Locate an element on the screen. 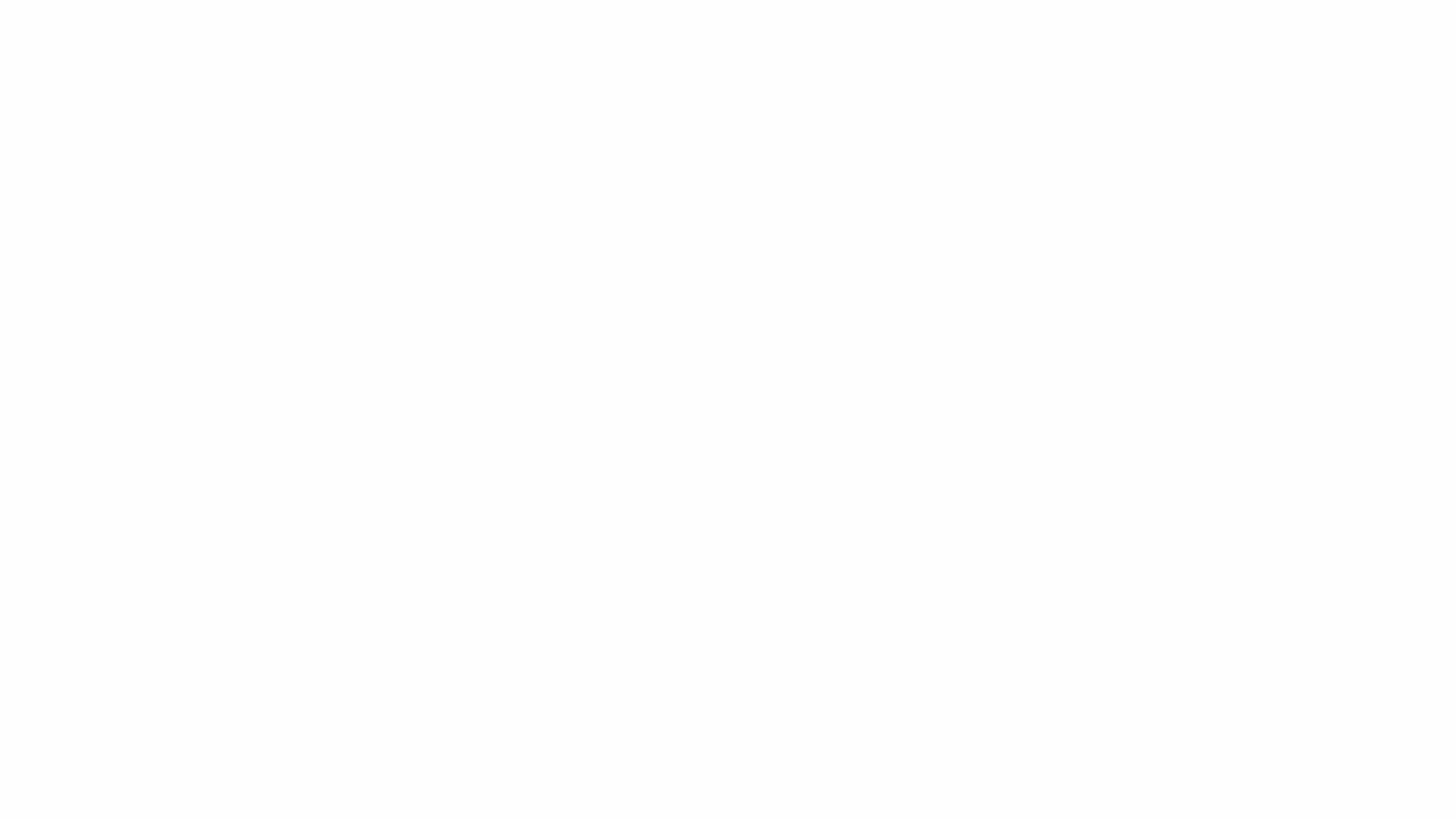  Search is located at coordinates (1094, 29).